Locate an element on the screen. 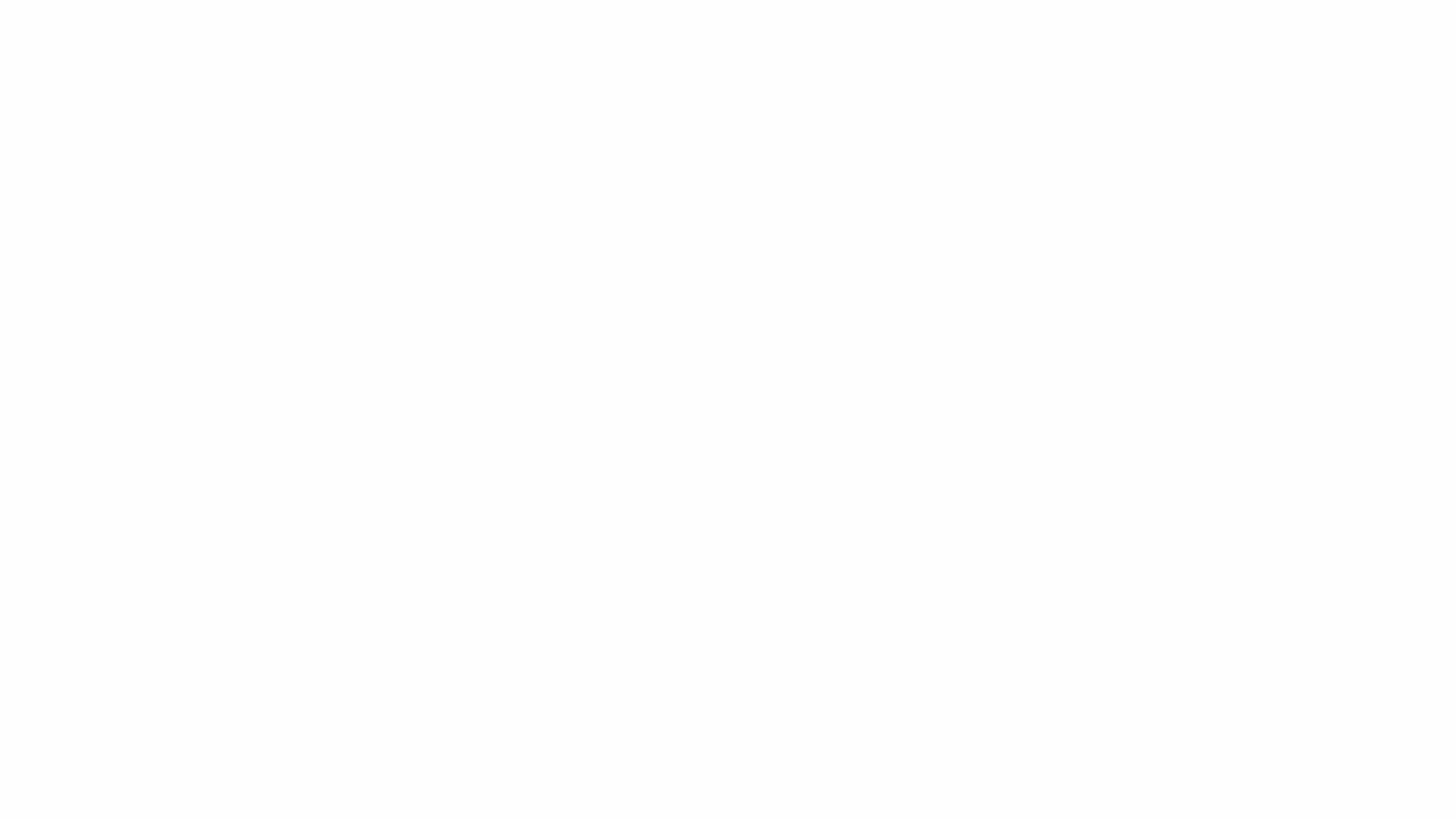  Search is located at coordinates (1094, 29).